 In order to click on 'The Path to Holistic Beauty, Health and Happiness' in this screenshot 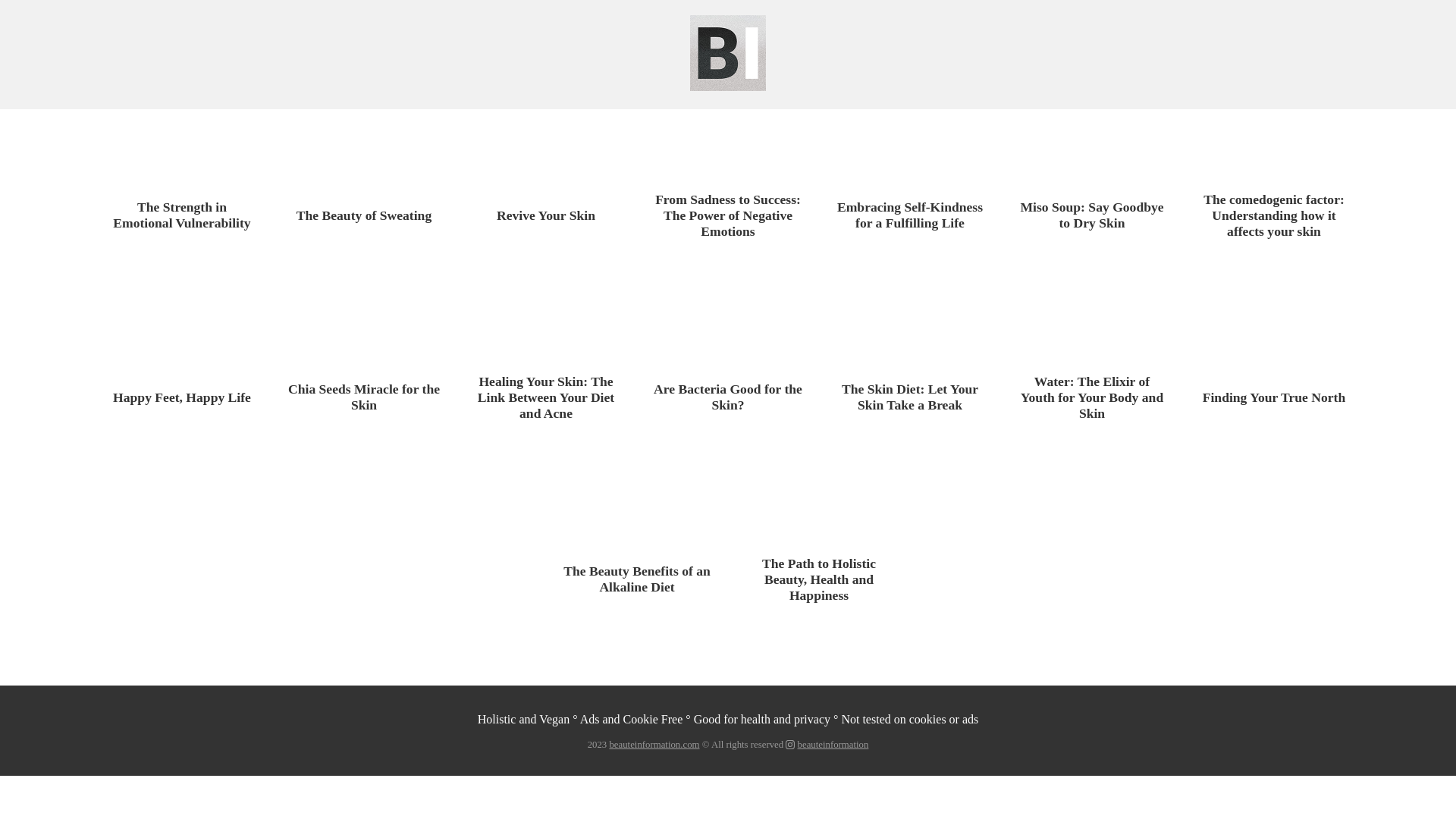, I will do `click(818, 579)`.